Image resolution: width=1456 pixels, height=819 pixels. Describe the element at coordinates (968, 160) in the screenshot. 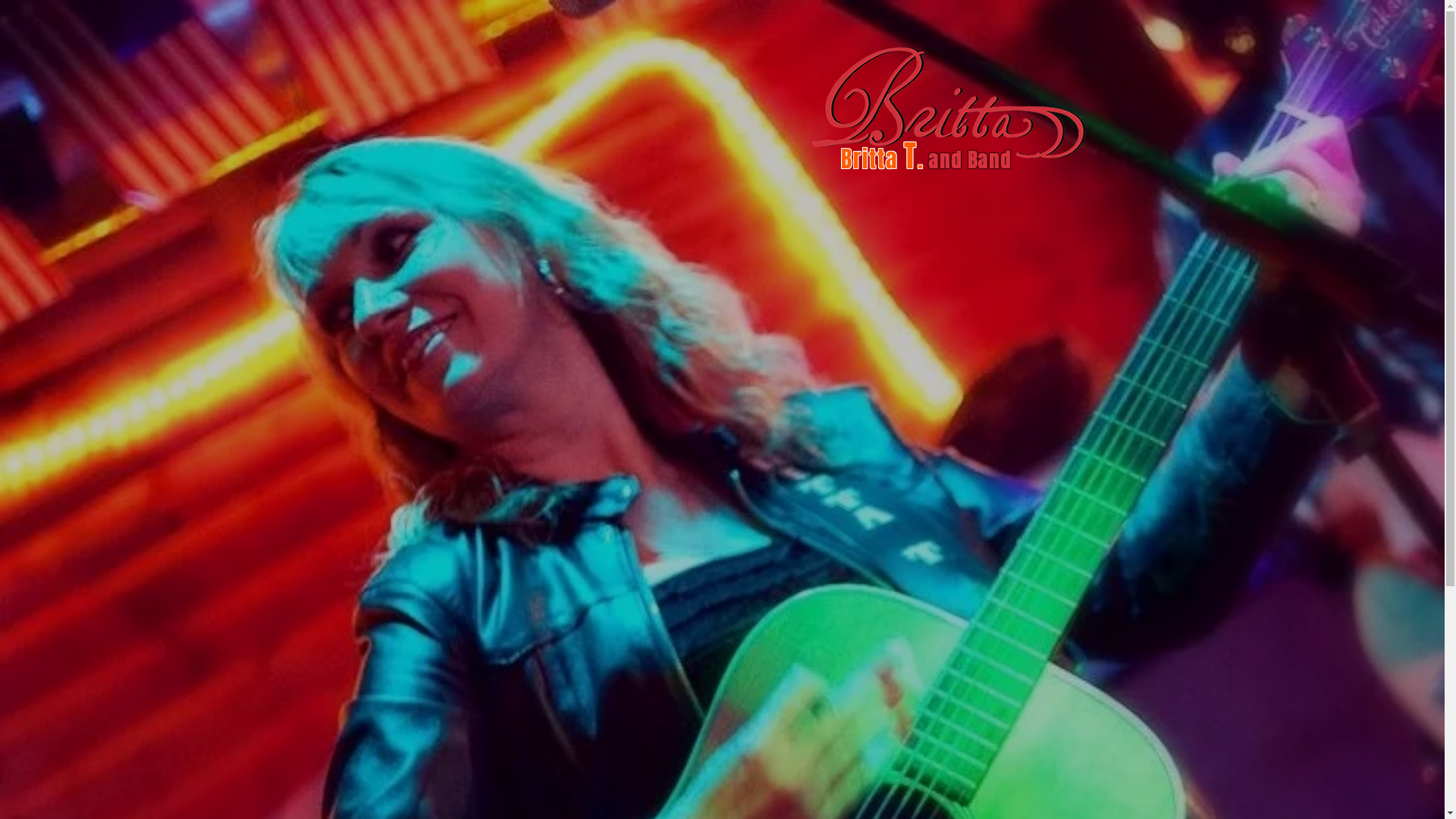

I see `'and Band'` at that location.